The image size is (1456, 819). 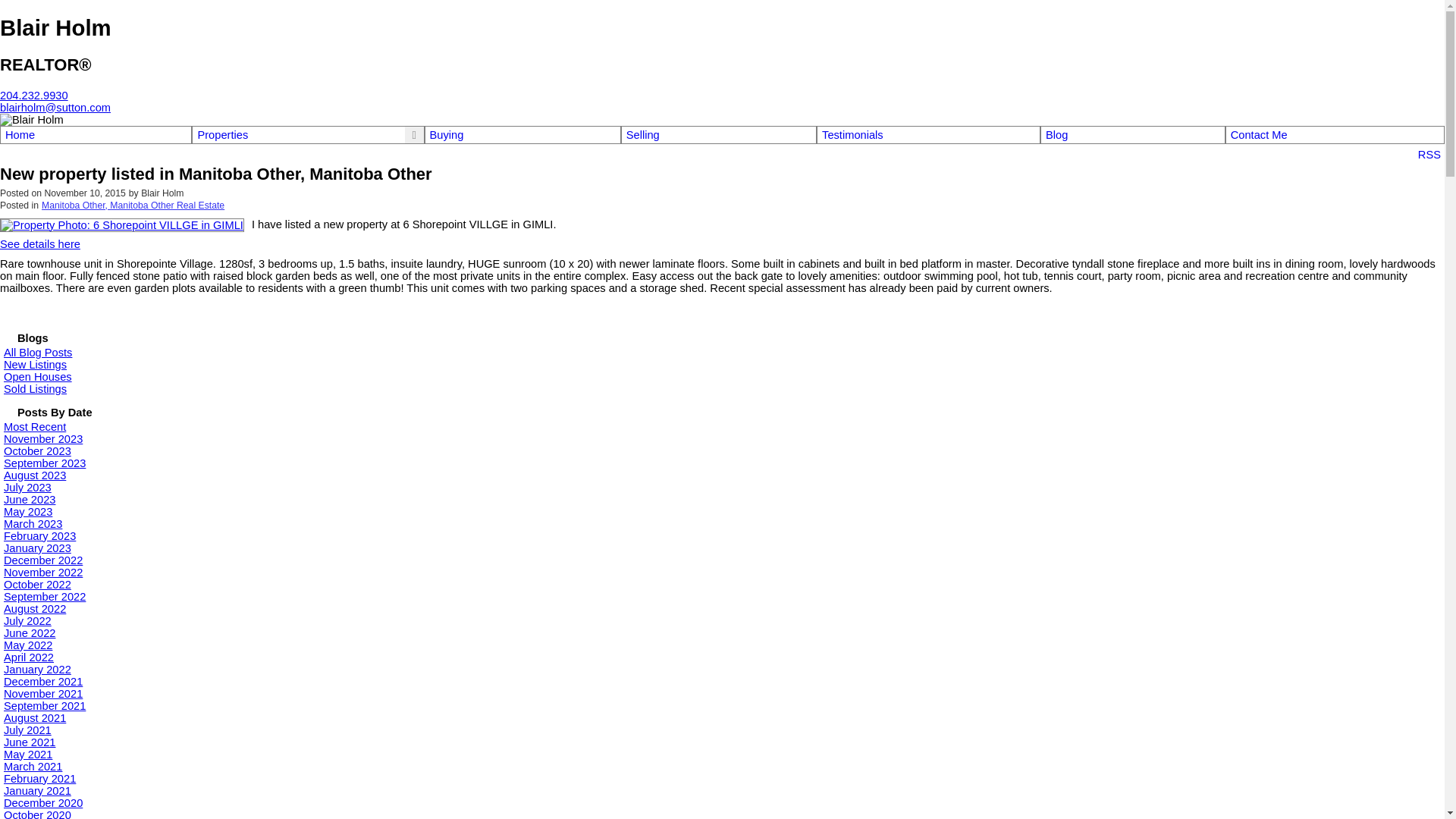 What do you see at coordinates (3, 755) in the screenshot?
I see `'May 2021'` at bounding box center [3, 755].